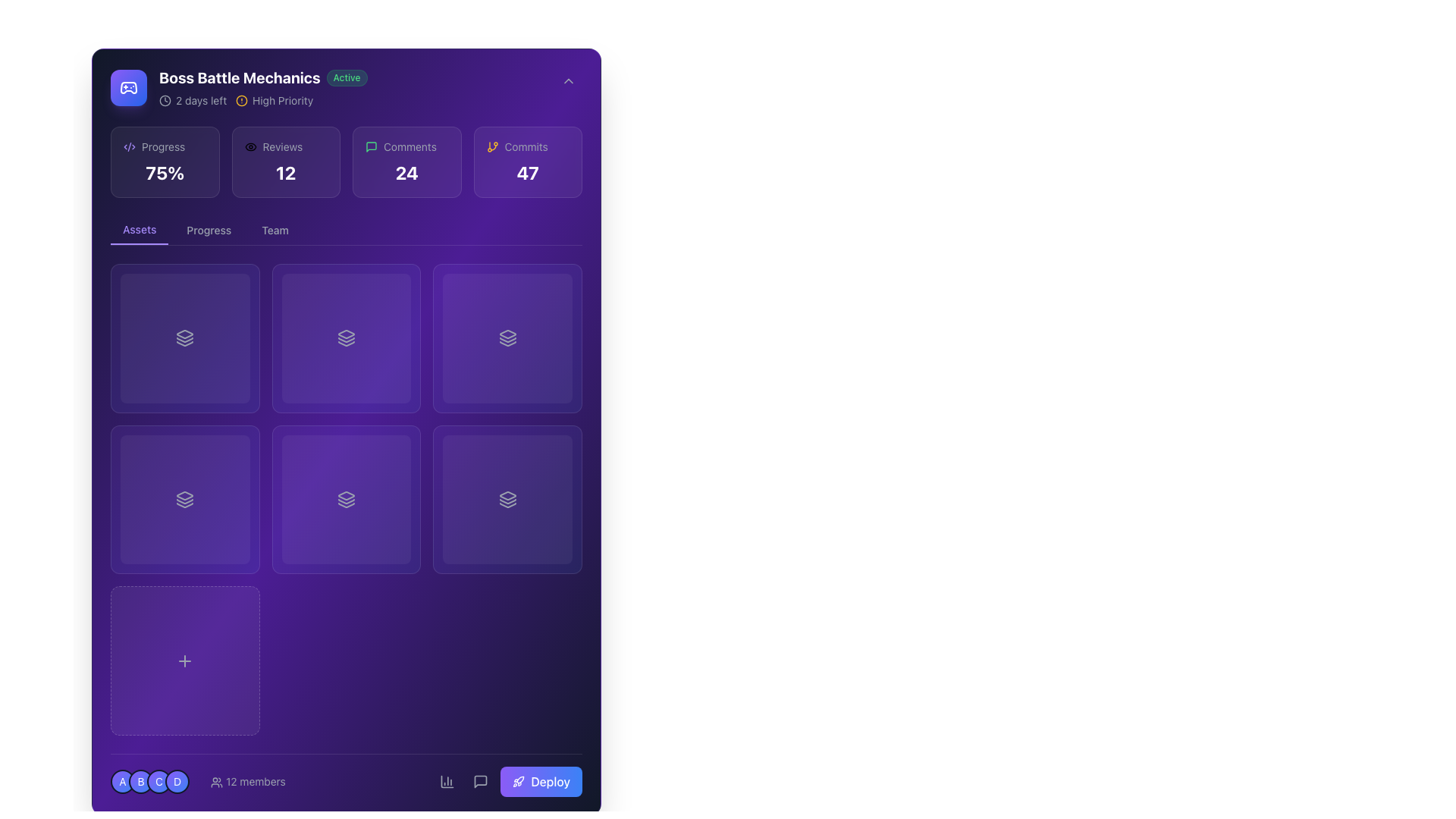 The height and width of the screenshot is (819, 1456). What do you see at coordinates (371, 146) in the screenshot?
I see `the visual indicator icon representing the 'Comments' section, located to the left of the label text 'Comments'` at bounding box center [371, 146].